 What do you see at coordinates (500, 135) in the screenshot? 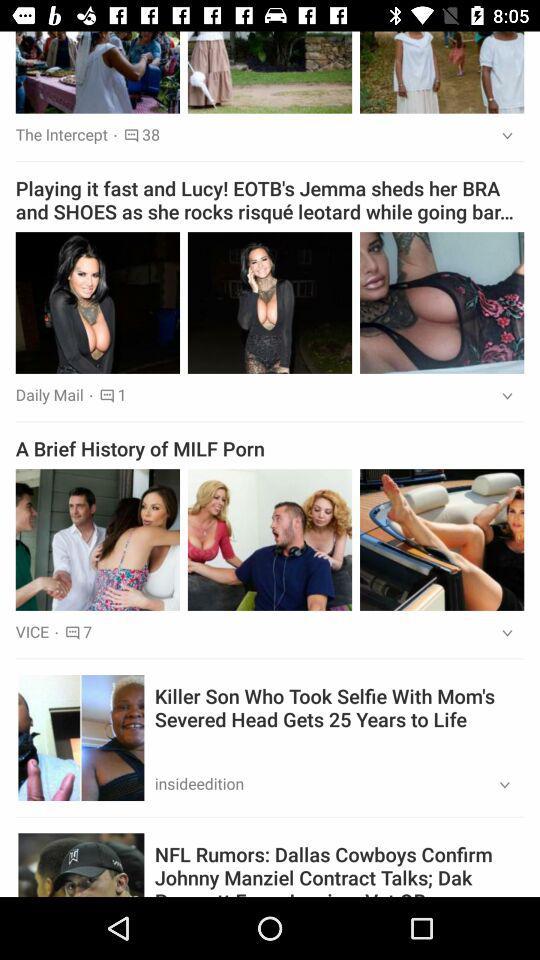
I see `the app above the playing it fast` at bounding box center [500, 135].